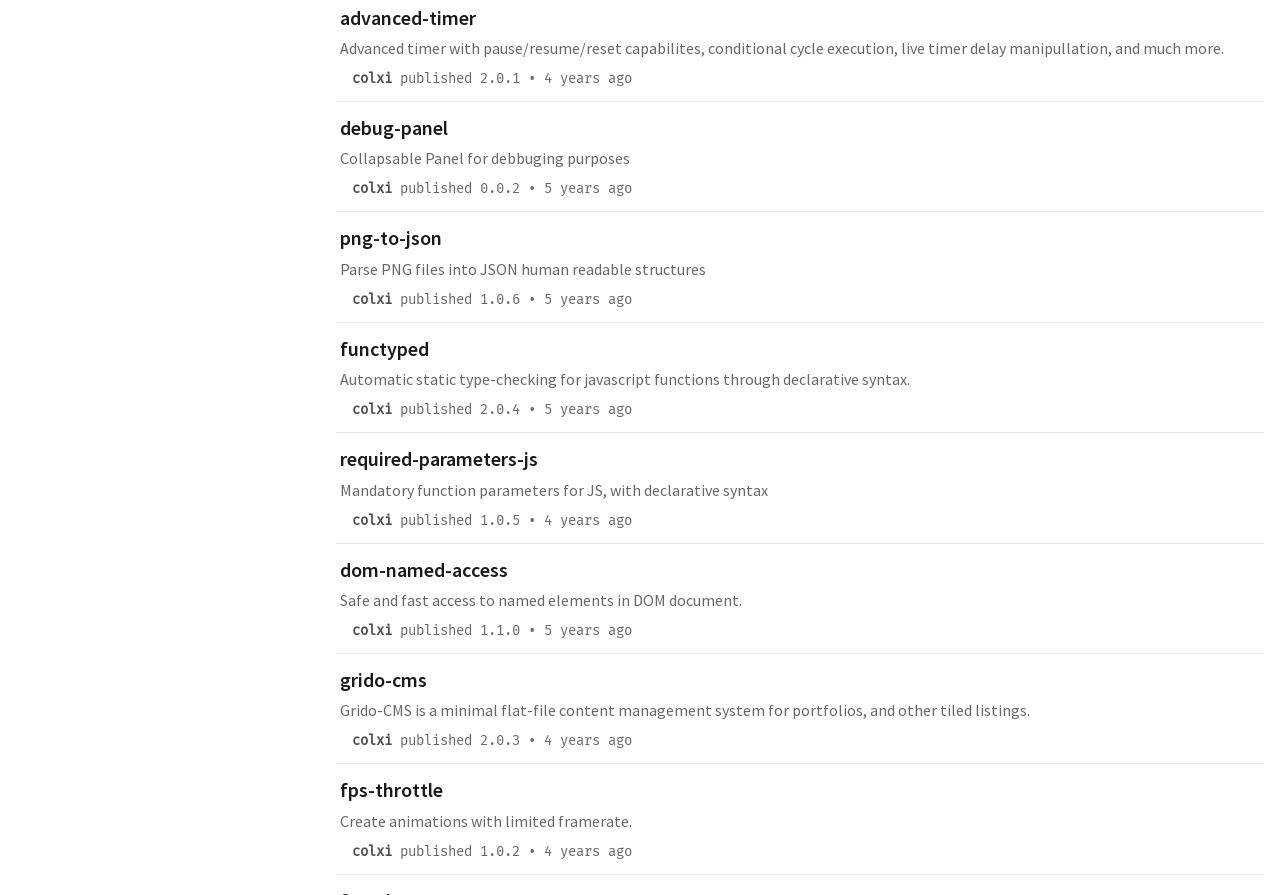  I want to click on 'Grido-CMS is a minimal flat-file content management system for portfolios, and other tiled listings.', so click(685, 709).